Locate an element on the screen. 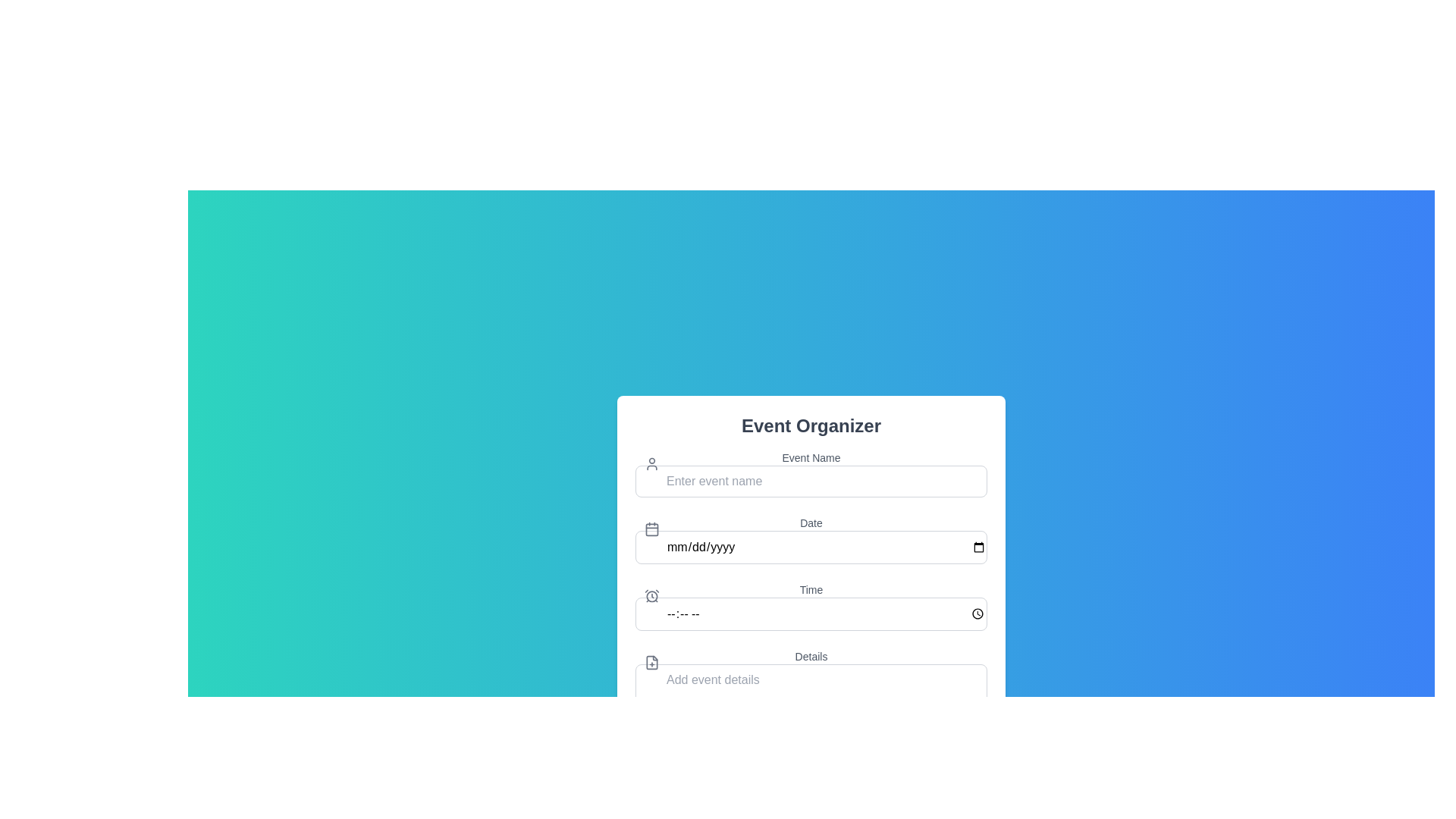 The image size is (1456, 819). the calendar icon, which is a recognizable square design with two small vertical lines at the top and a grid-like bottom half, located to the left of the 'Date' input field labeled 'mm/dd/yyyy' is located at coordinates (651, 528).